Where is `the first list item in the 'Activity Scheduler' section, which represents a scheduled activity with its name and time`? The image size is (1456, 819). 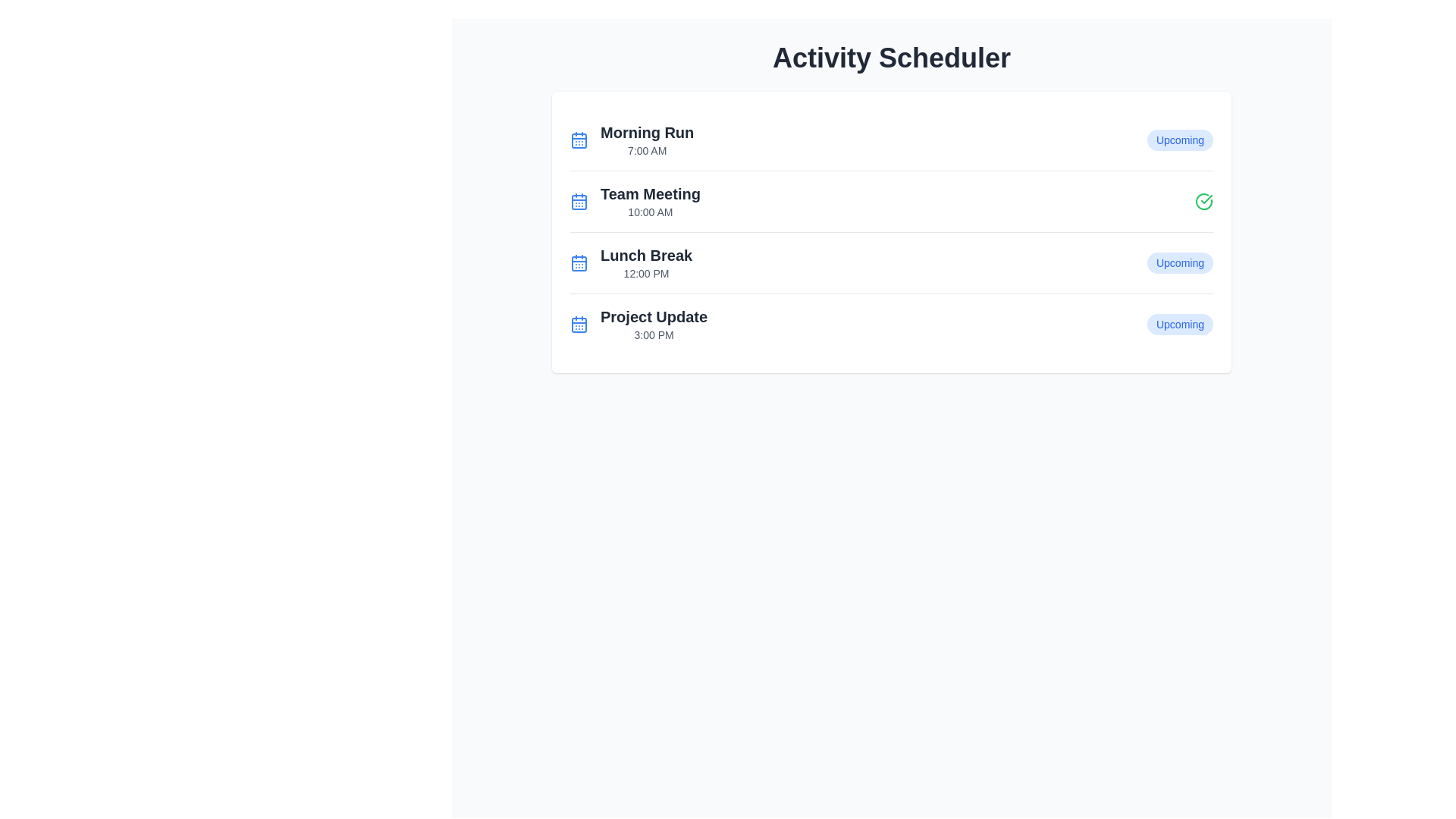
the first list item in the 'Activity Scheduler' section, which represents a scheduled activity with its name and time is located at coordinates (632, 140).